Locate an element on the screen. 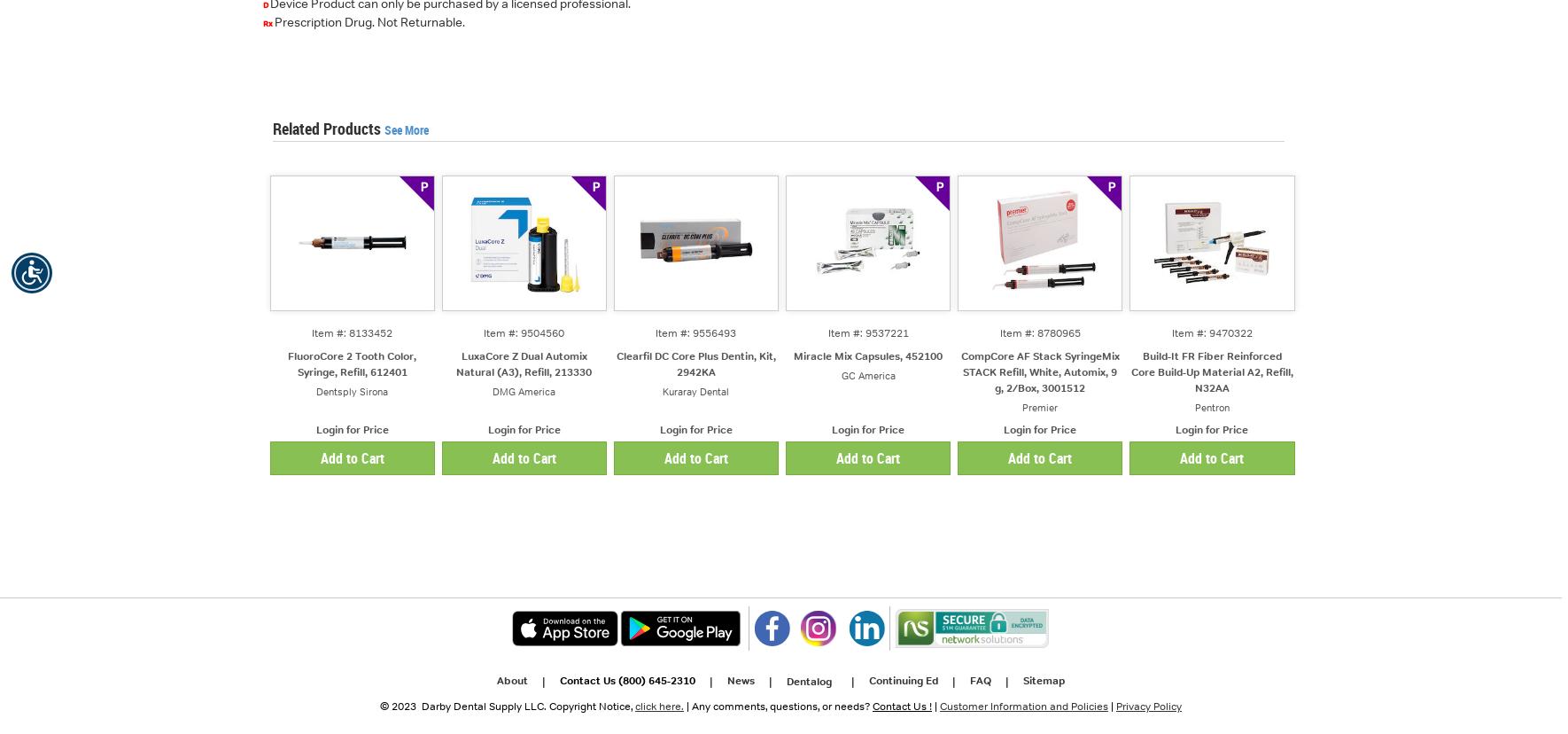 The width and height of the screenshot is (1568, 734). 'Sitemap' is located at coordinates (1044, 680).